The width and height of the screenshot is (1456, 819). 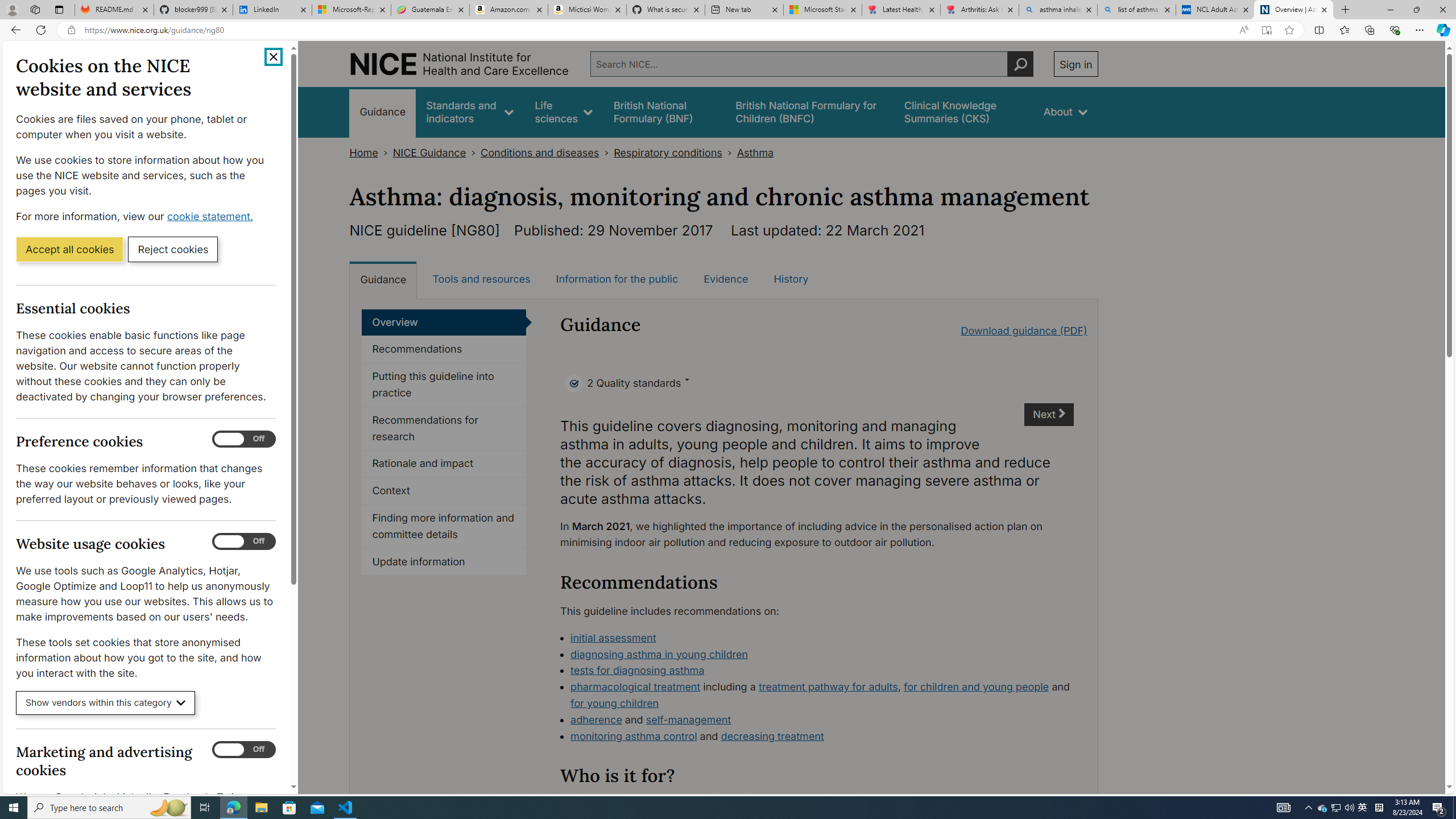 What do you see at coordinates (828, 686) in the screenshot?
I see `'treatment pathway for adults'` at bounding box center [828, 686].